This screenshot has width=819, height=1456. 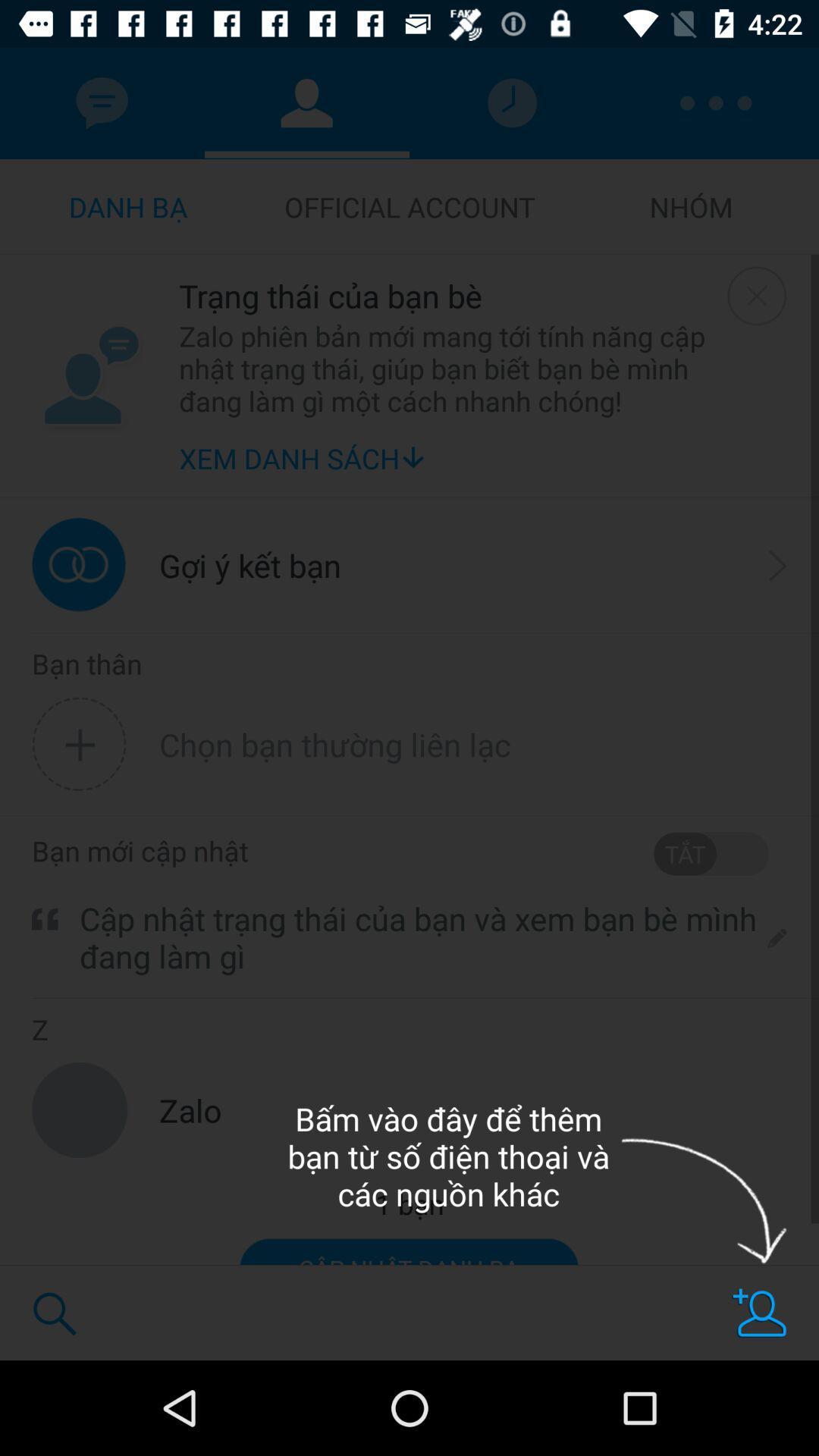 What do you see at coordinates (760, 1312) in the screenshot?
I see `the follow icon` at bounding box center [760, 1312].